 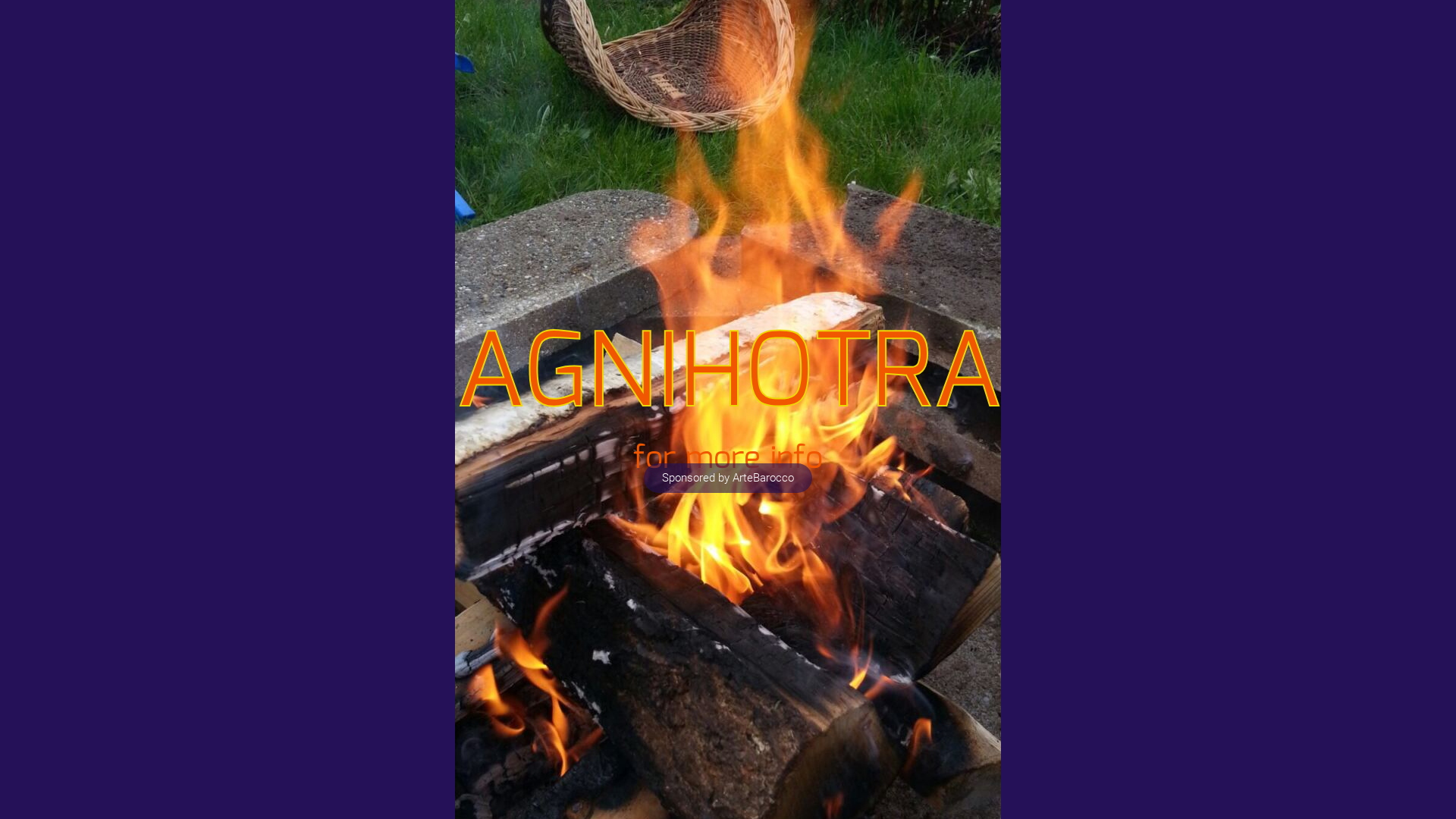 What do you see at coordinates (728, 478) in the screenshot?
I see `'Sponsored by ArteBarocco'` at bounding box center [728, 478].